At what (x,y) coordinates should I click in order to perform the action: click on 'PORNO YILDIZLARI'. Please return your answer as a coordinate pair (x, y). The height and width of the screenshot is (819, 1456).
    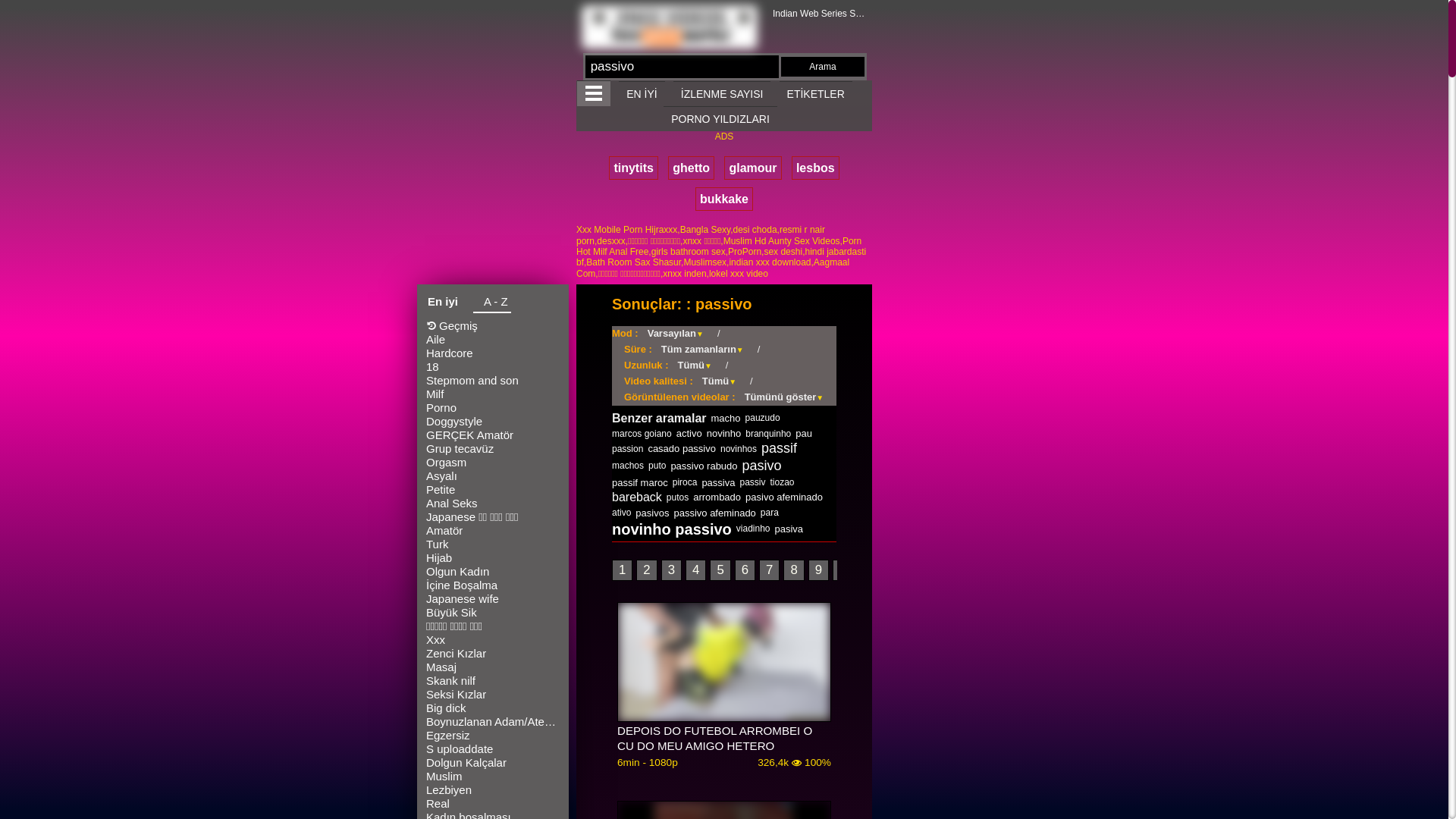
    Looking at the image, I should click on (720, 118).